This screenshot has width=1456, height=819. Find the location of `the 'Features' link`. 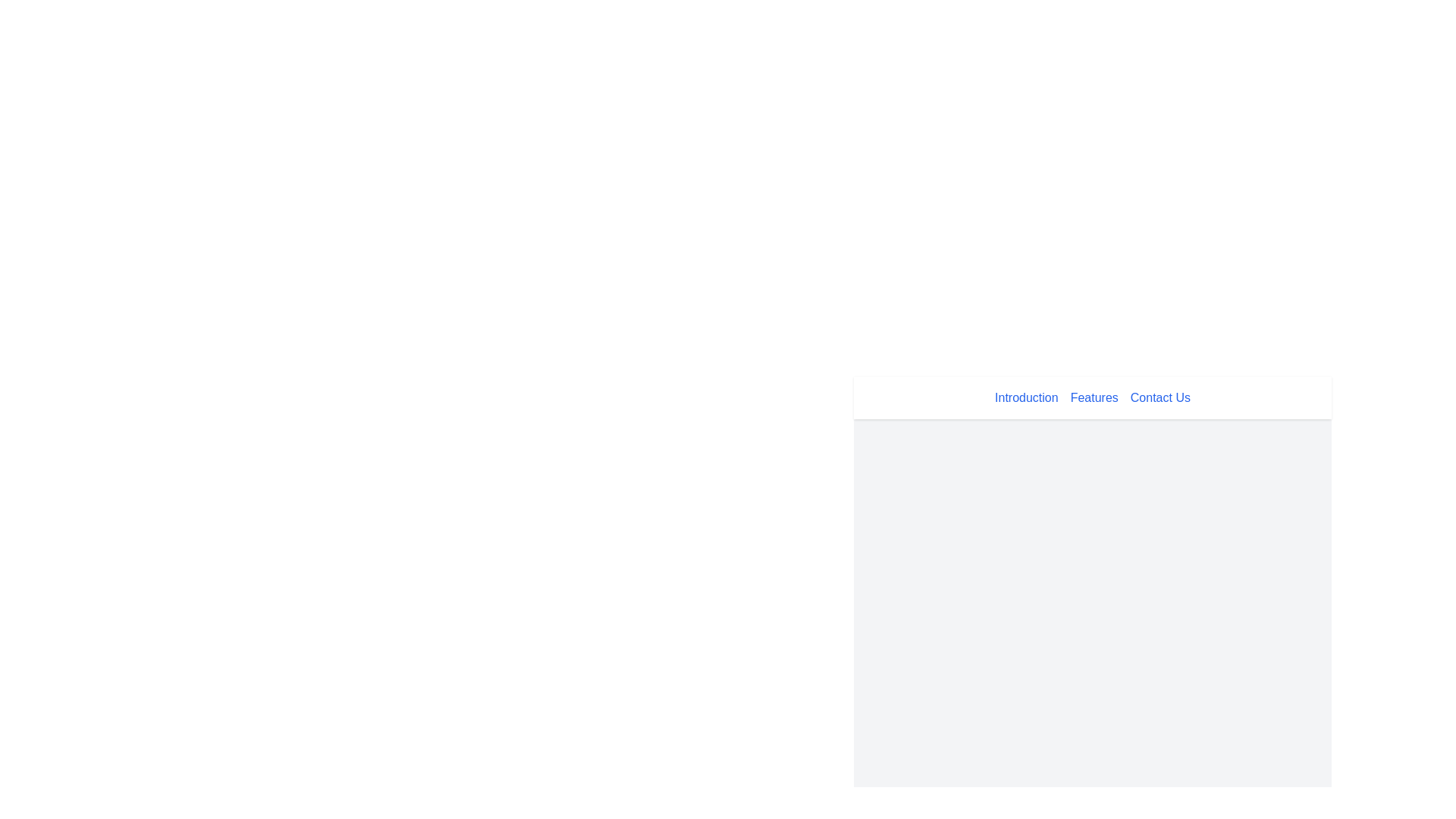

the 'Features' link is located at coordinates (1092, 397).